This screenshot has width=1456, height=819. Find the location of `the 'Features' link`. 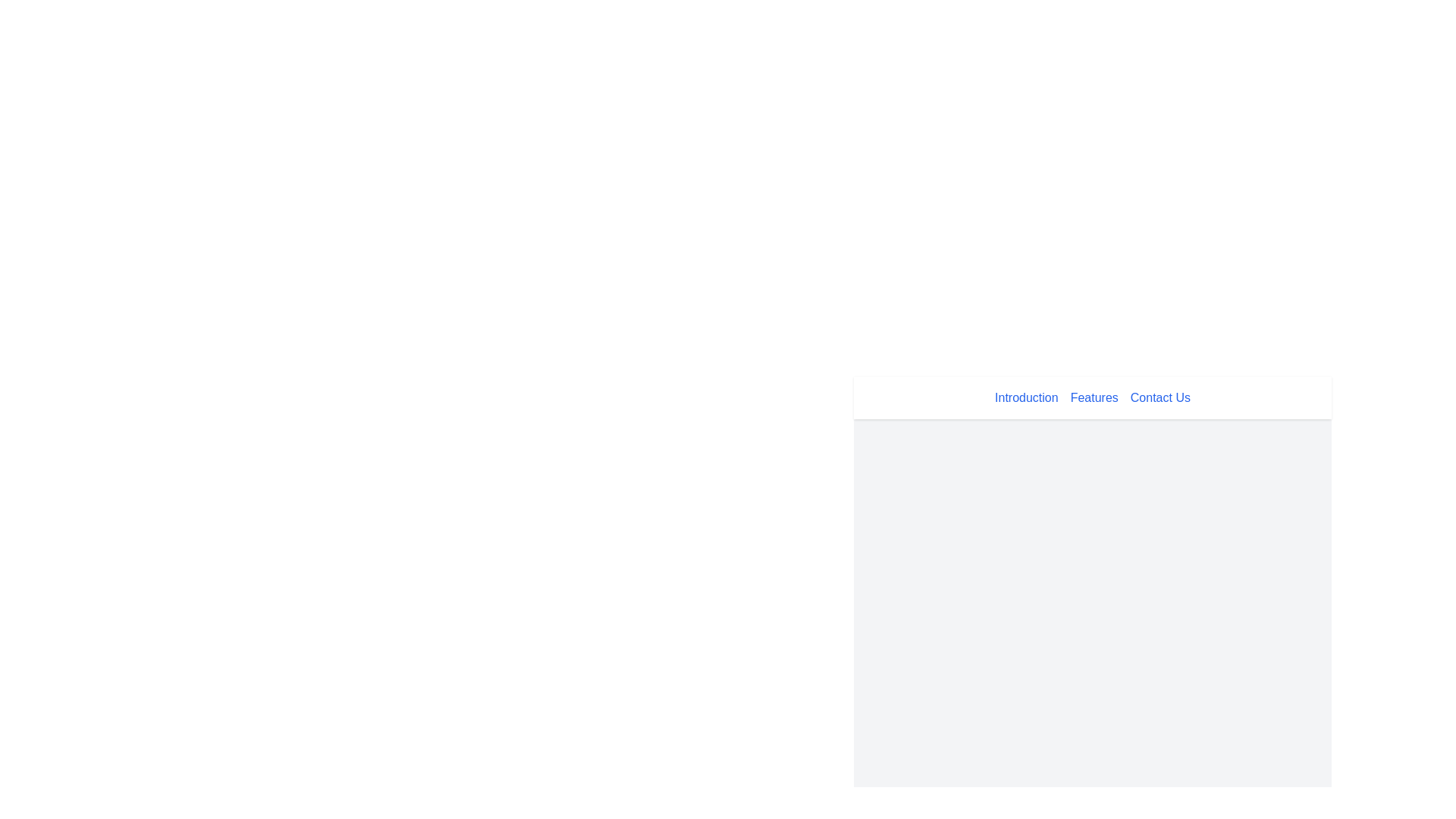

the 'Features' link is located at coordinates (1092, 397).